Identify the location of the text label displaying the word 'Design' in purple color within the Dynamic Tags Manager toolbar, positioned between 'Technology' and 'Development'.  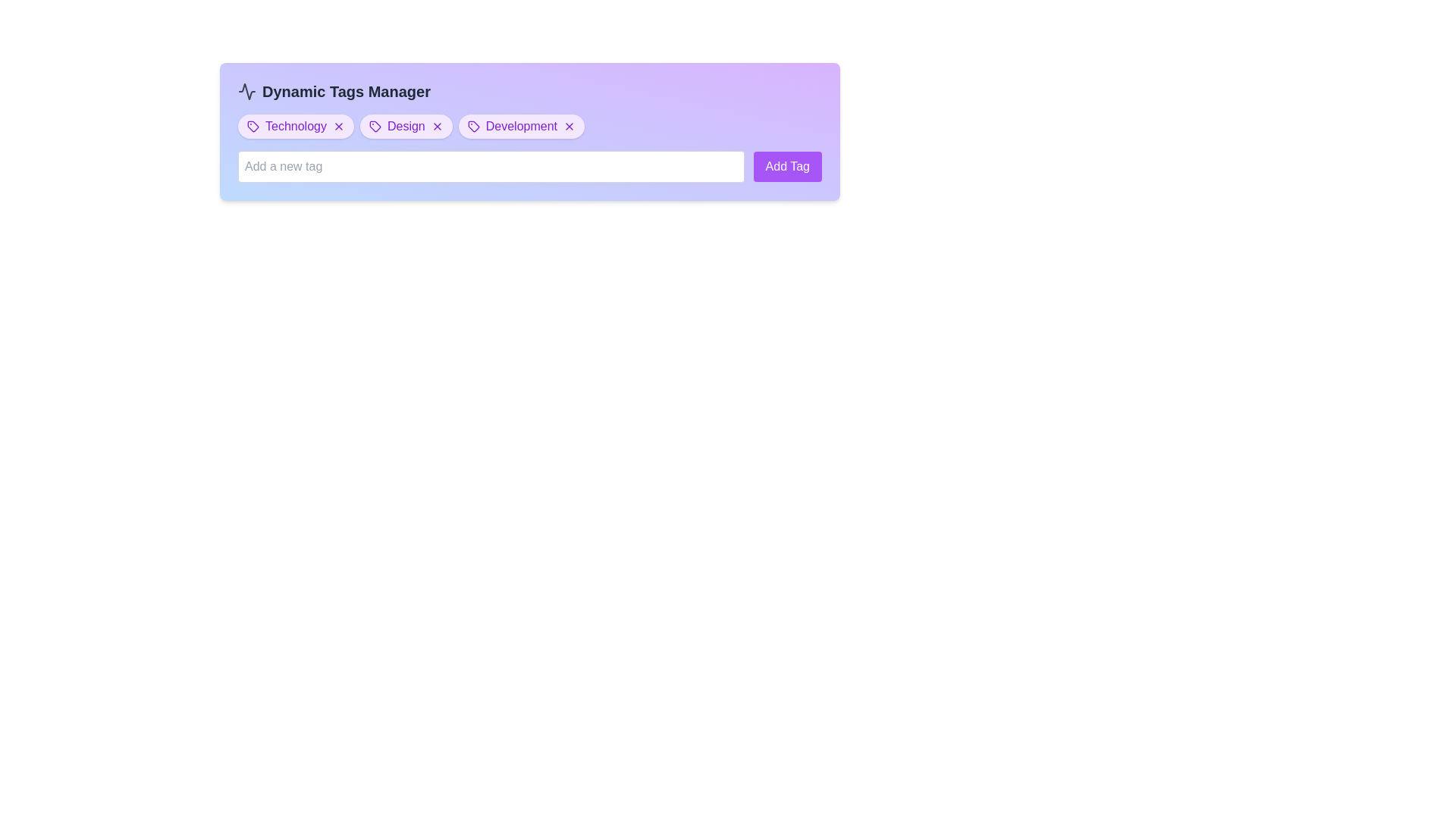
(406, 125).